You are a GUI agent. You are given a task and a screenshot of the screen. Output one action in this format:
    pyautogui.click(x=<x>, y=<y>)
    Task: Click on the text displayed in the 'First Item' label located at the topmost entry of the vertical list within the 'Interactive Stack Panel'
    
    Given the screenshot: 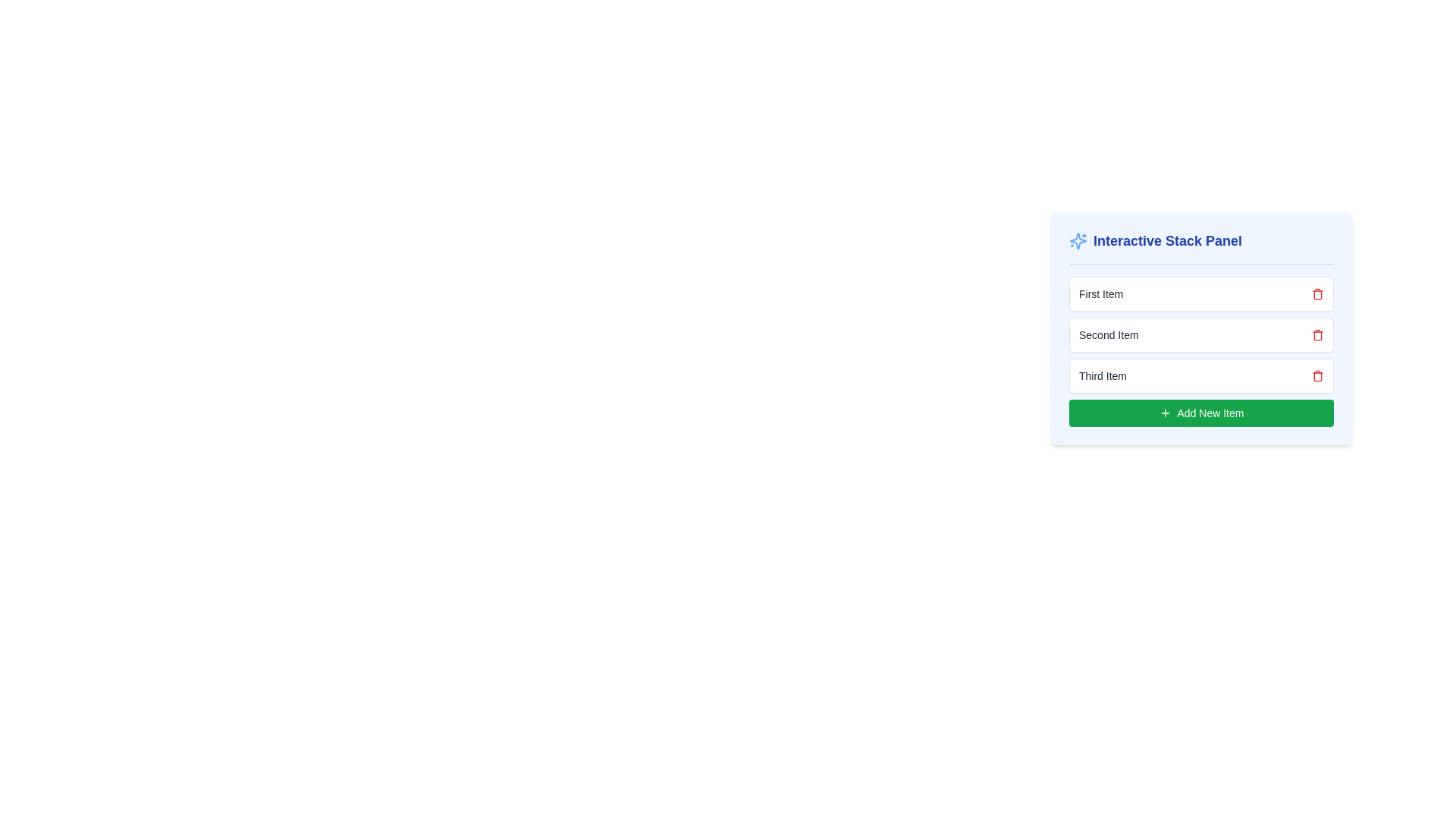 What is the action you would take?
    pyautogui.click(x=1101, y=294)
    